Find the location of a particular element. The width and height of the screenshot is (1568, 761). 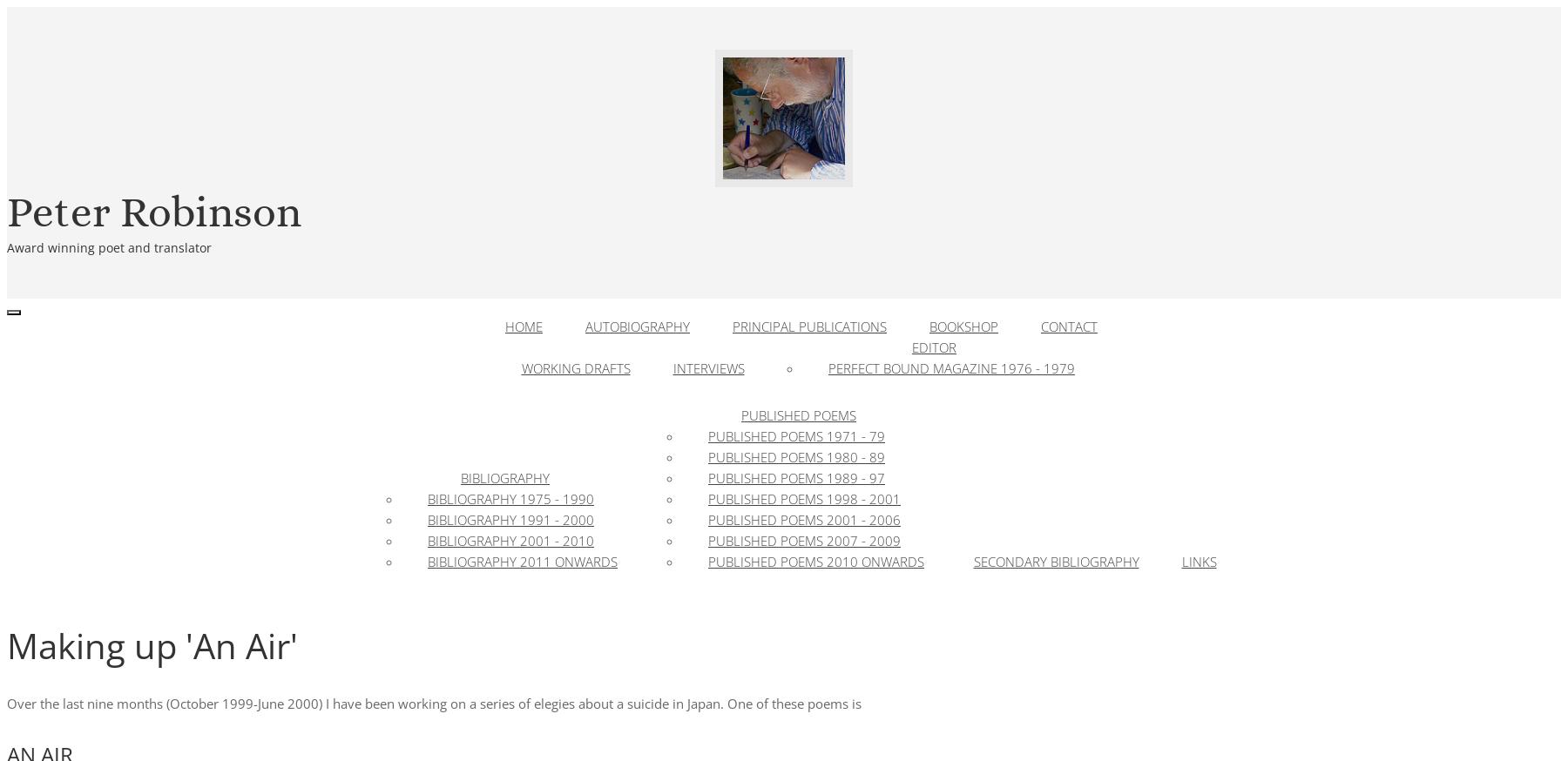

'Links' is located at coordinates (1179, 561).